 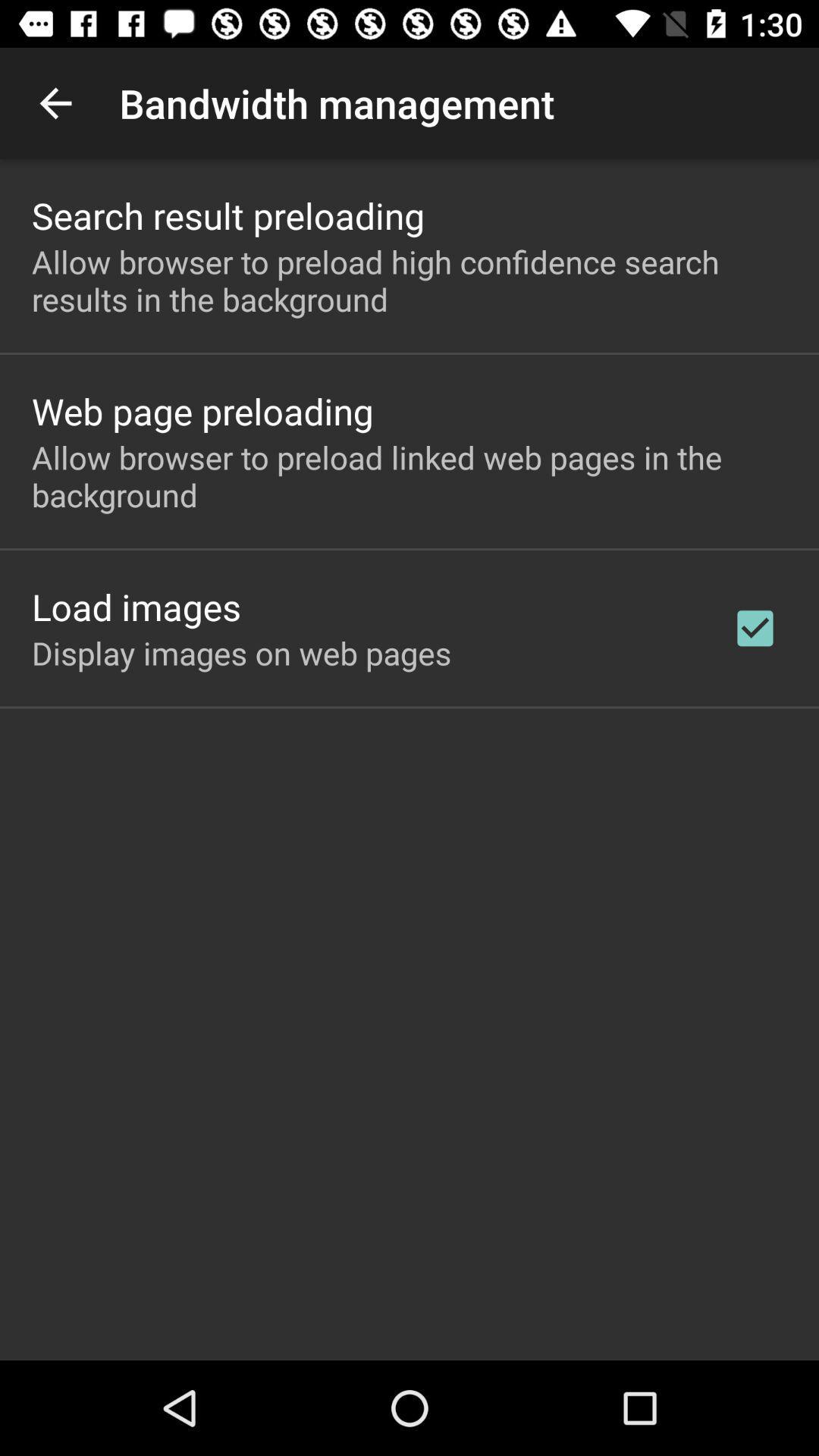 I want to click on the icon above the allow browser to app, so click(x=228, y=215).